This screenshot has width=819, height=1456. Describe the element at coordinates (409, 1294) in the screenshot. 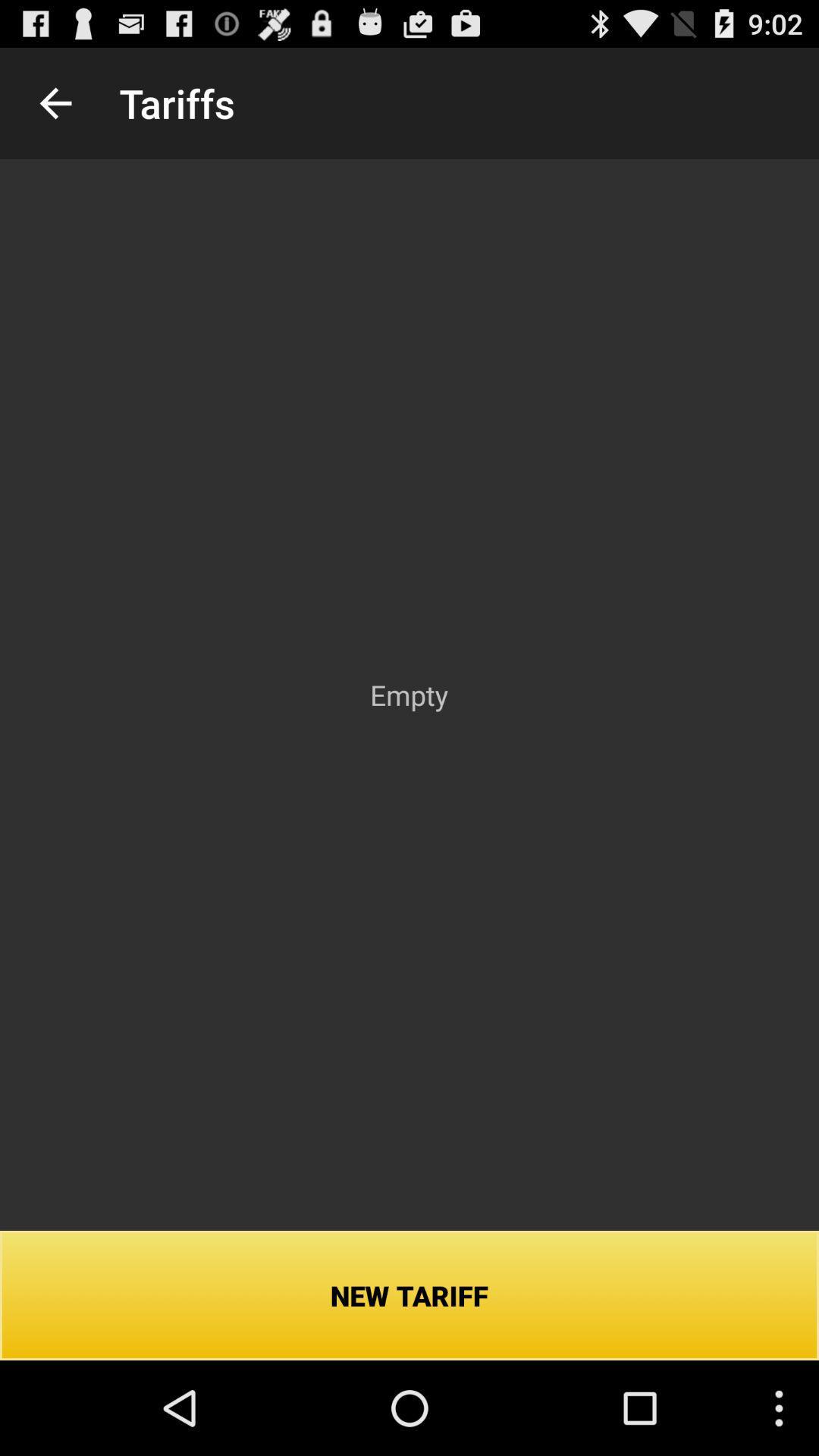

I see `the new tariff` at that location.